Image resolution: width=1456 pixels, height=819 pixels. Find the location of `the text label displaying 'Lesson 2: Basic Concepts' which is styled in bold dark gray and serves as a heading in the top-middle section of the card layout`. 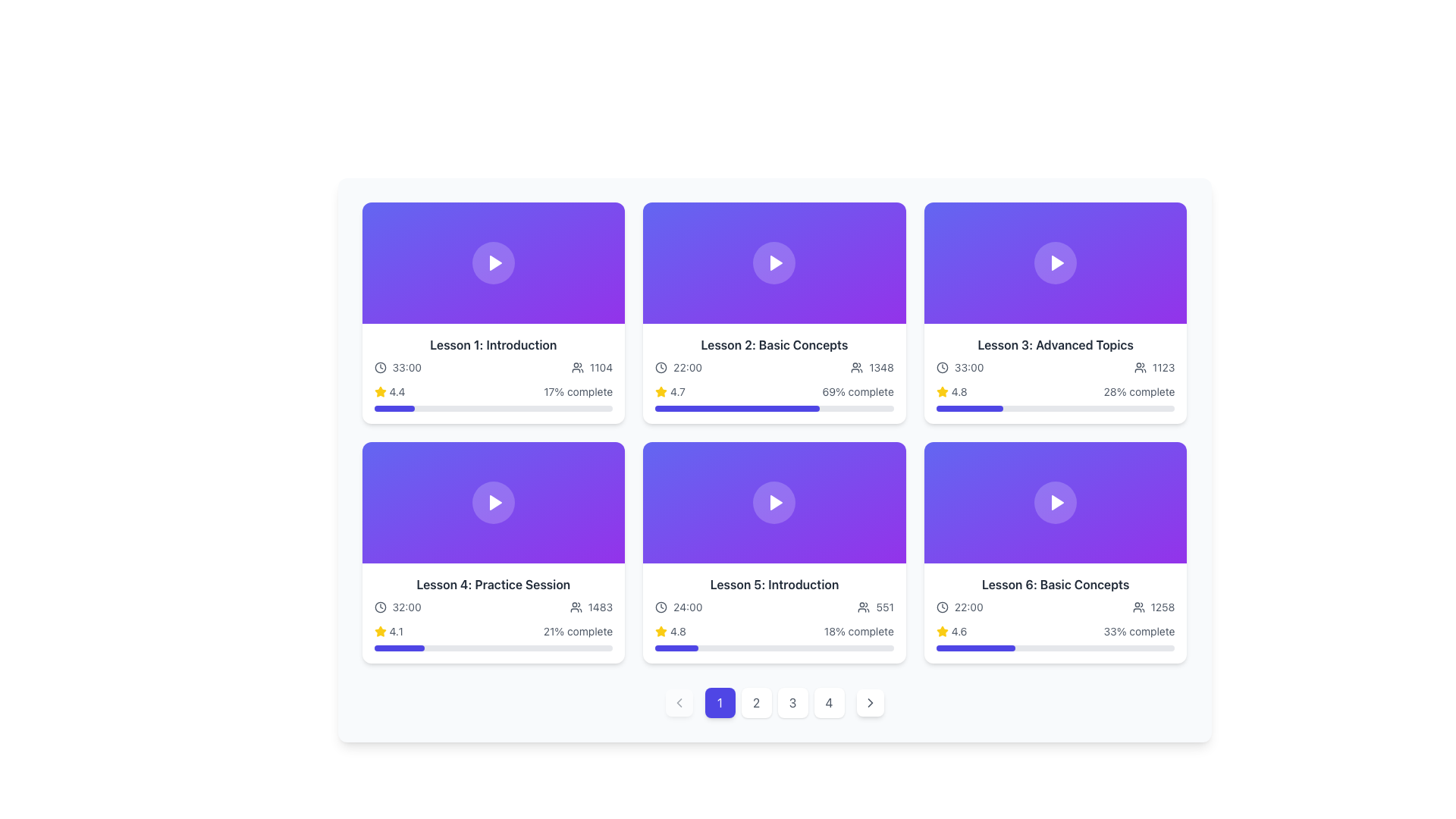

the text label displaying 'Lesson 2: Basic Concepts' which is styled in bold dark gray and serves as a heading in the top-middle section of the card layout is located at coordinates (774, 345).